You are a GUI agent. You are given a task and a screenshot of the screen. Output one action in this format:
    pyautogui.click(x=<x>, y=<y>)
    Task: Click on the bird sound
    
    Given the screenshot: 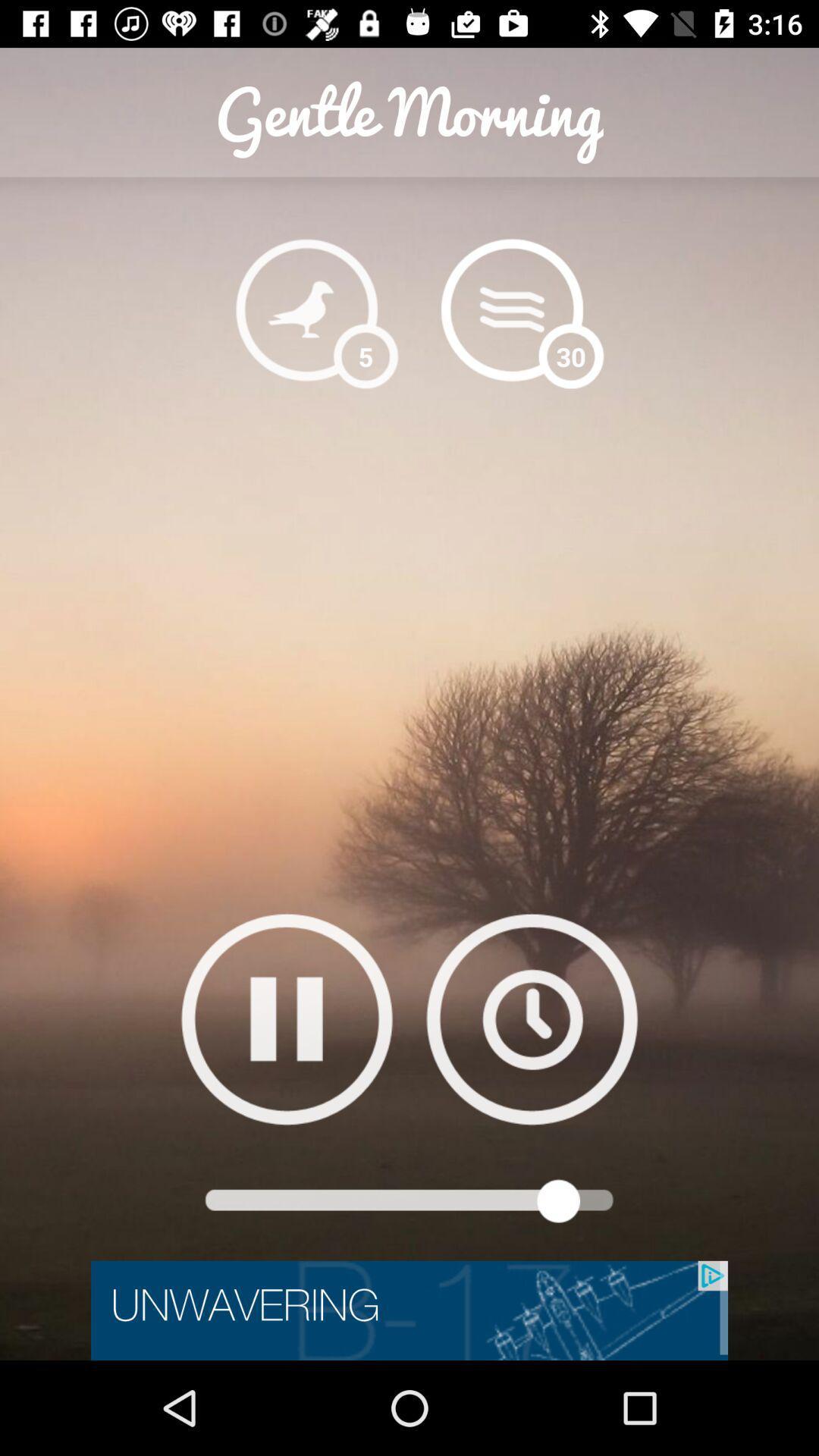 What is the action you would take?
    pyautogui.click(x=306, y=309)
    